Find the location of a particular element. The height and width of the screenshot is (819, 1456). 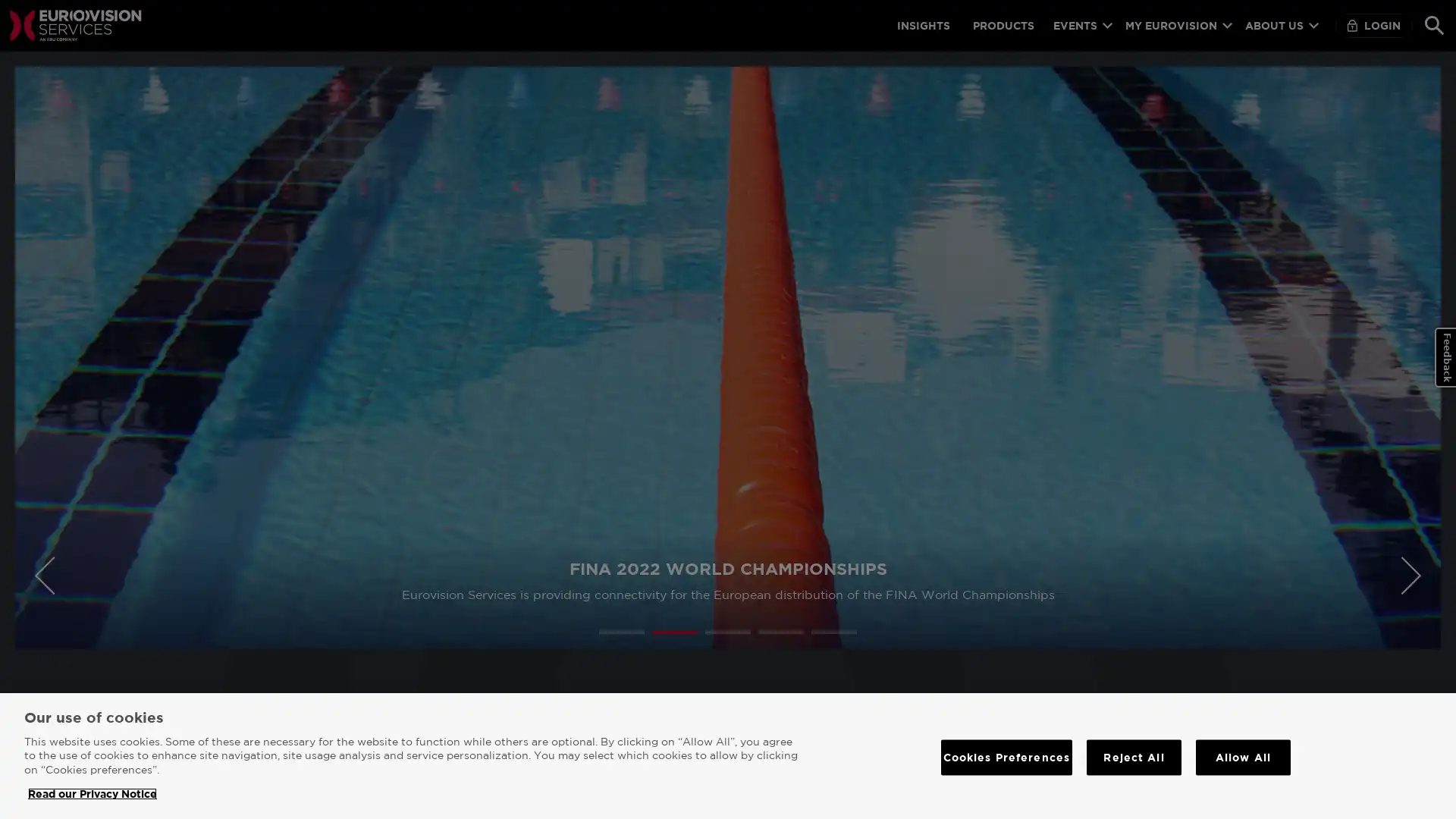

Cookies Preferences is located at coordinates (1006, 757).